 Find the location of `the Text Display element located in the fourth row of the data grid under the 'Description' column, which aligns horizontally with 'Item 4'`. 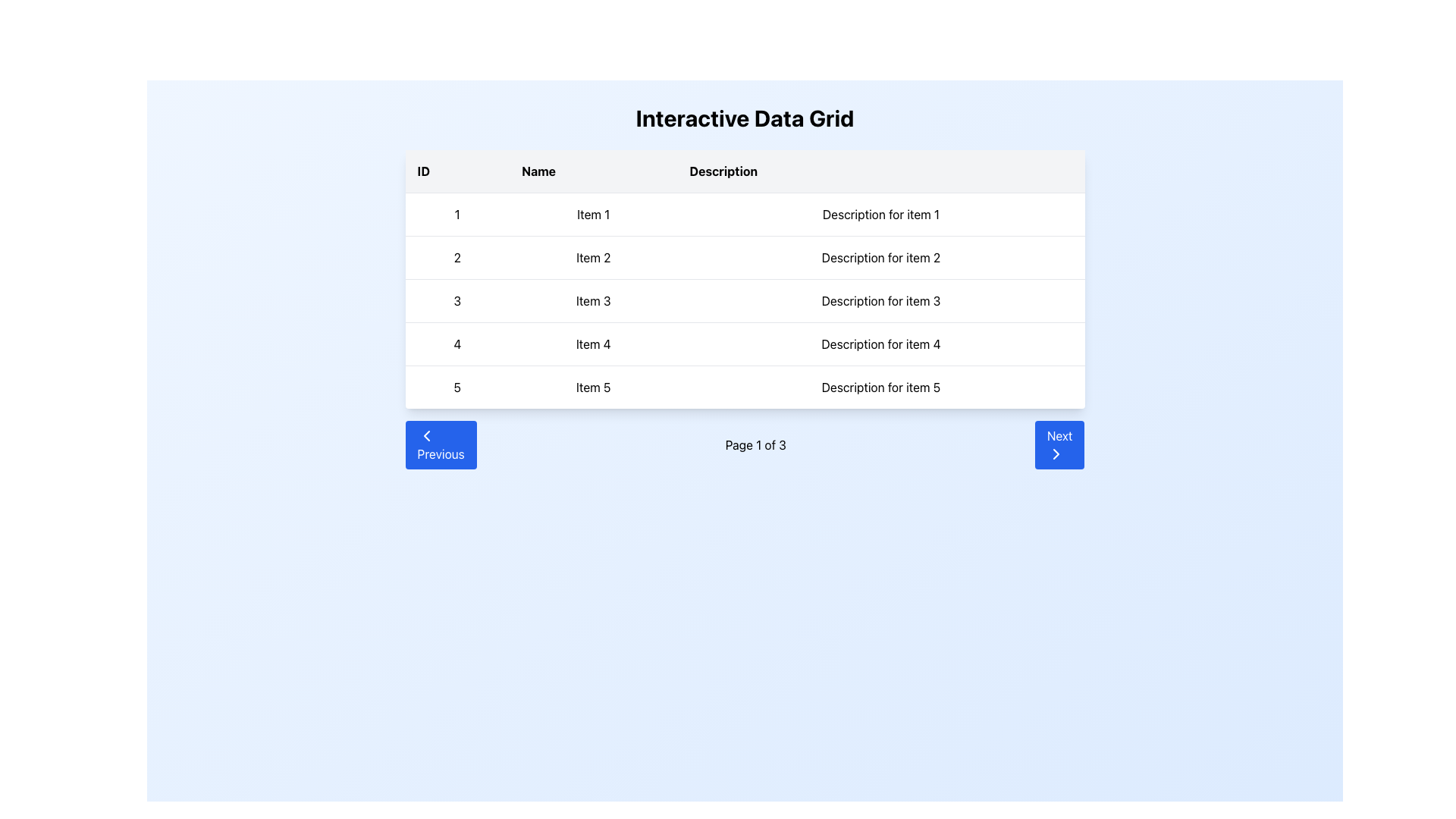

the Text Display element located in the fourth row of the data grid under the 'Description' column, which aligns horizontally with 'Item 4' is located at coordinates (880, 344).